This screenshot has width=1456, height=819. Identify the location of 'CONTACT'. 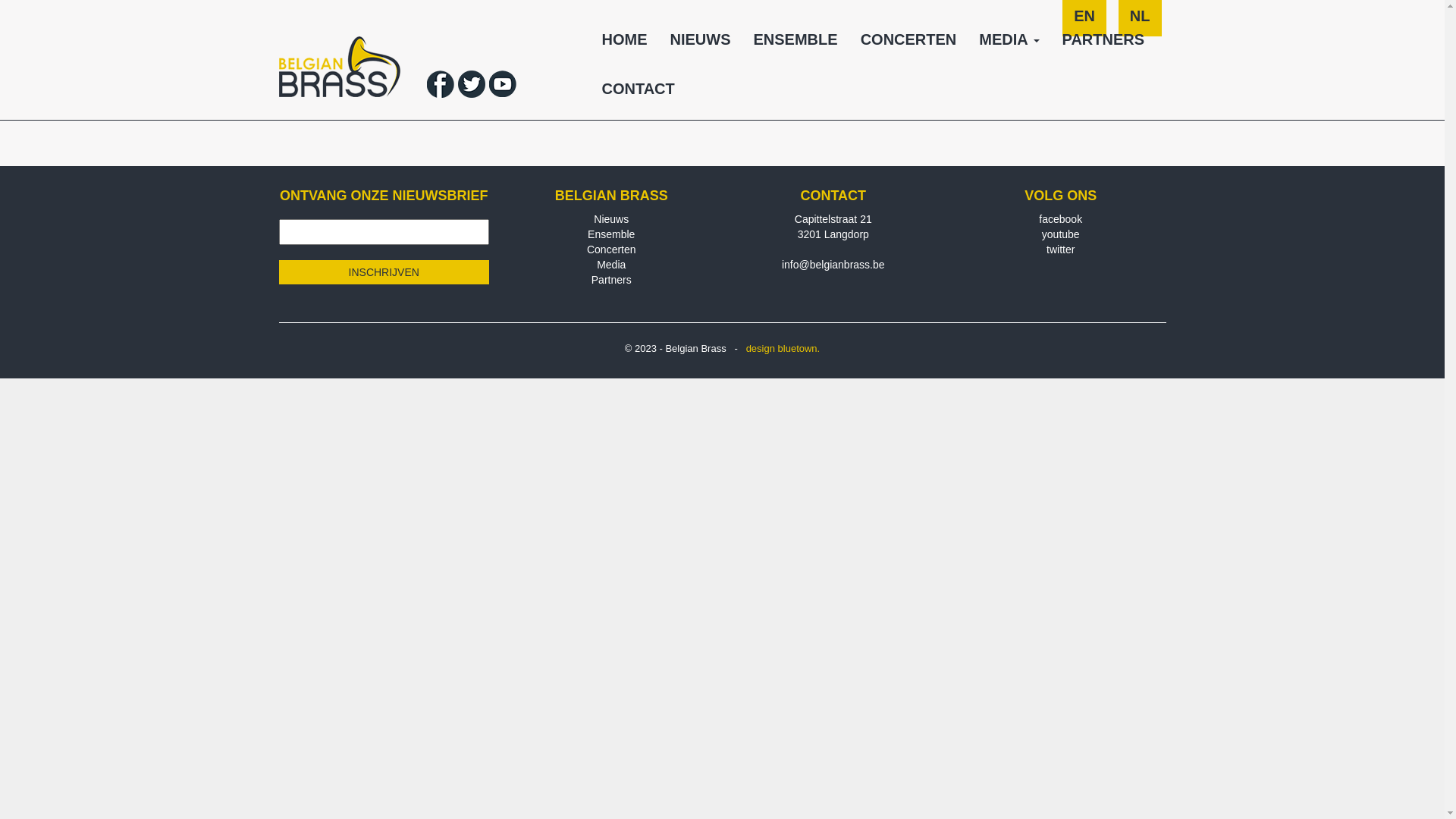
(637, 94).